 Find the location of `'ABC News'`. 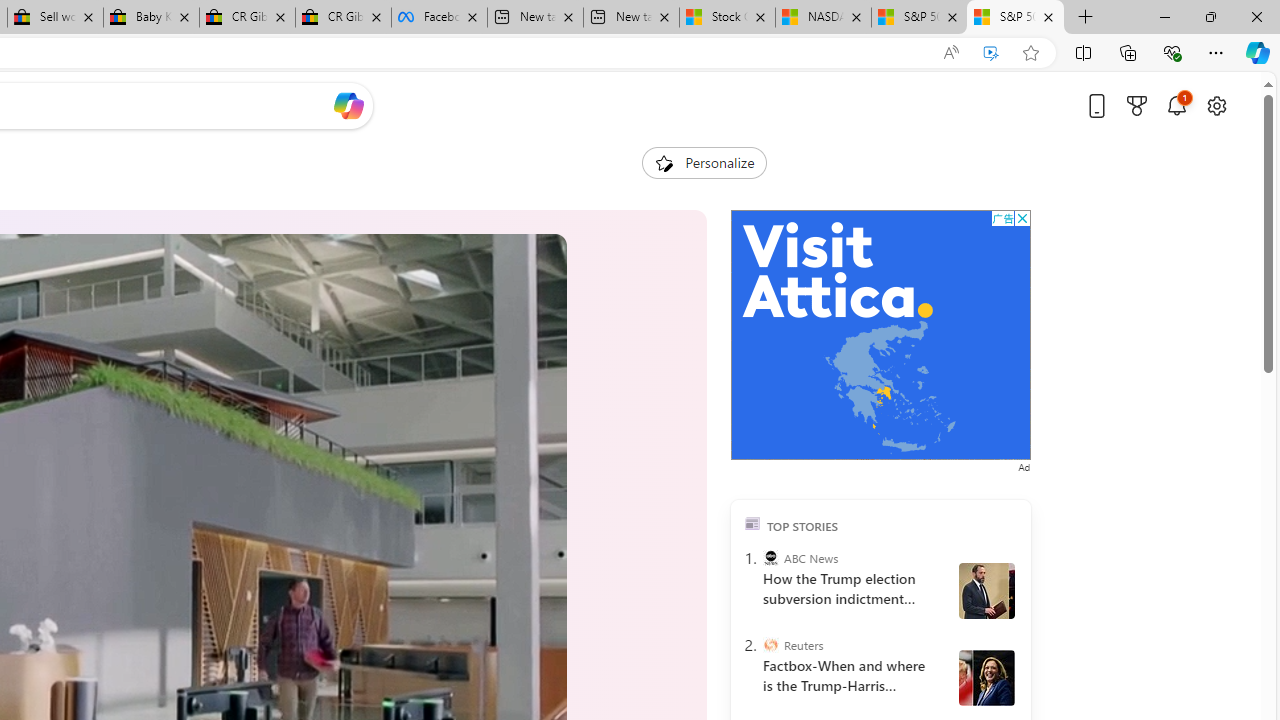

'ABC News' is located at coordinates (769, 558).